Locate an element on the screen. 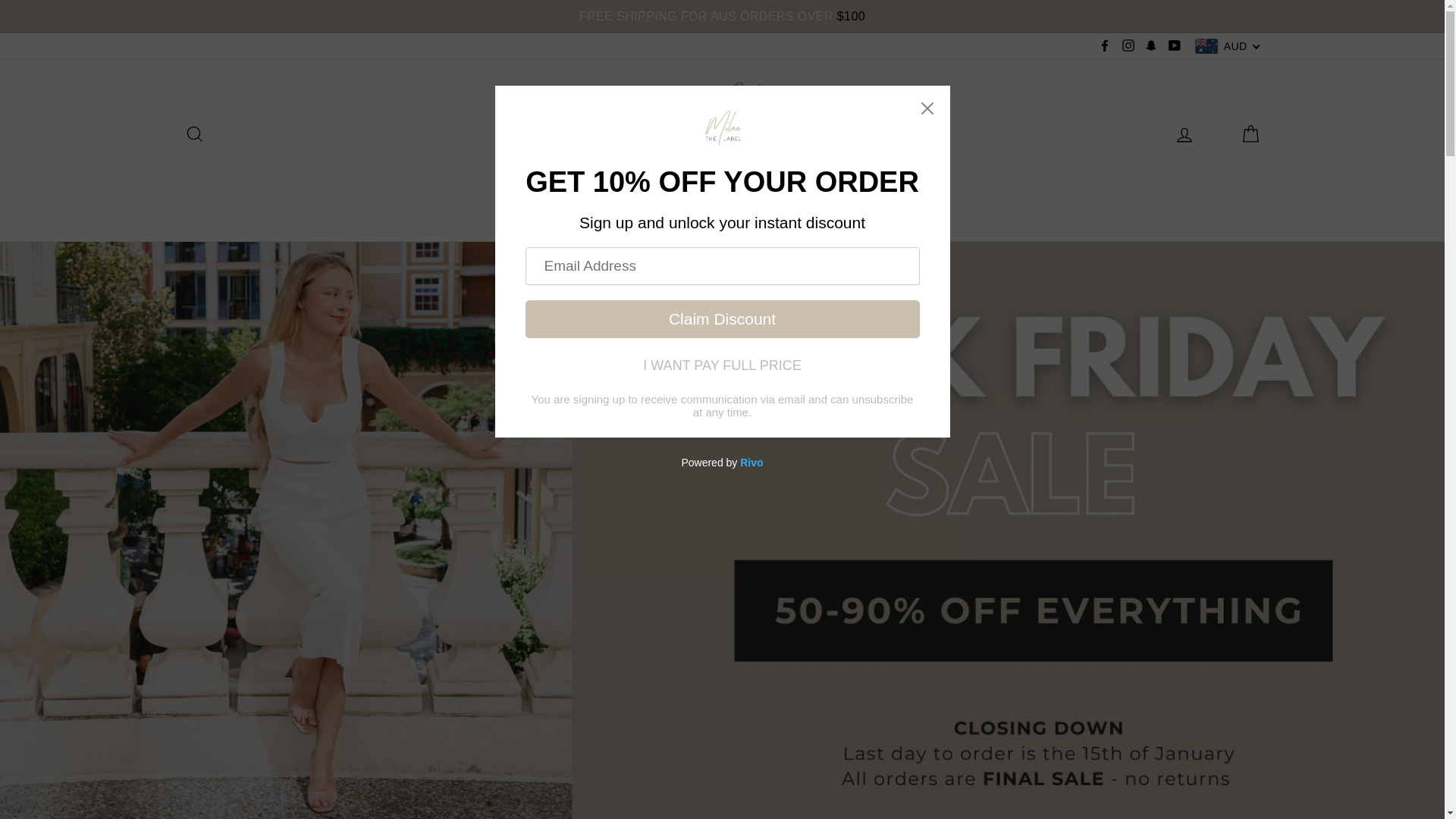 The image size is (1456, 819). 'Cart' is located at coordinates (1249, 132).